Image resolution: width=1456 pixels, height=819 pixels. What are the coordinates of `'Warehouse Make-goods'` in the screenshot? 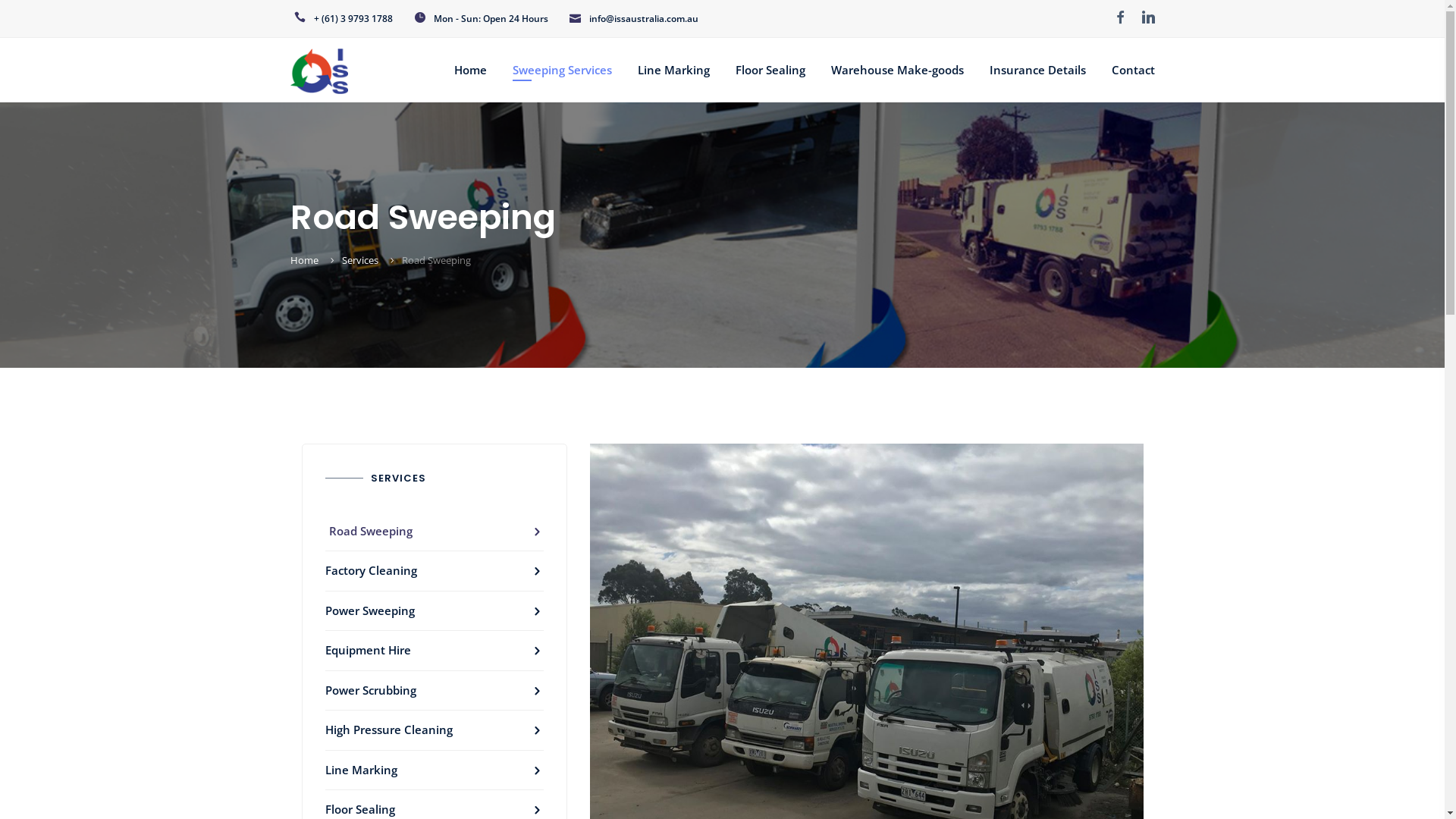 It's located at (830, 70).